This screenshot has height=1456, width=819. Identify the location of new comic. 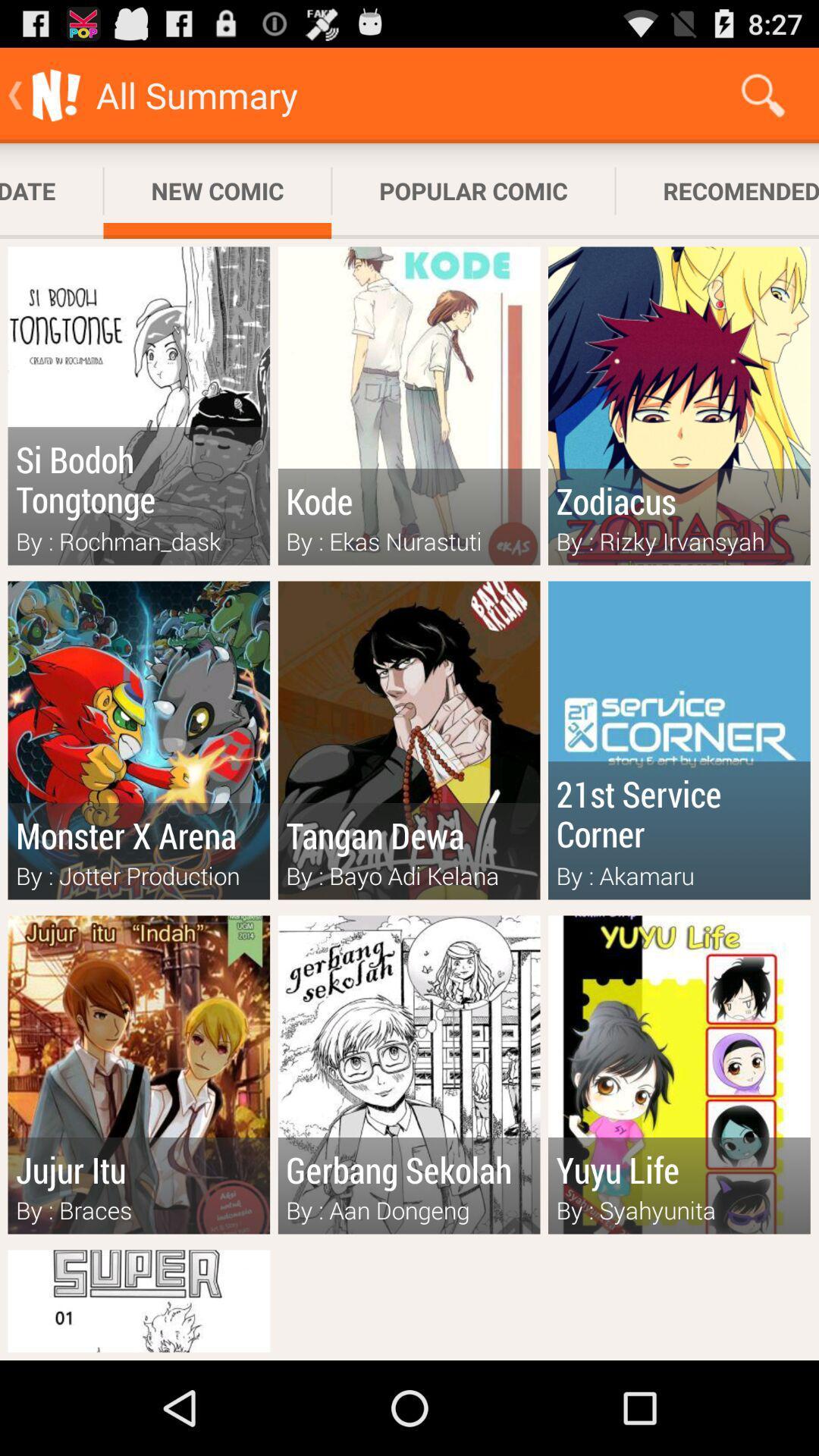
(217, 190).